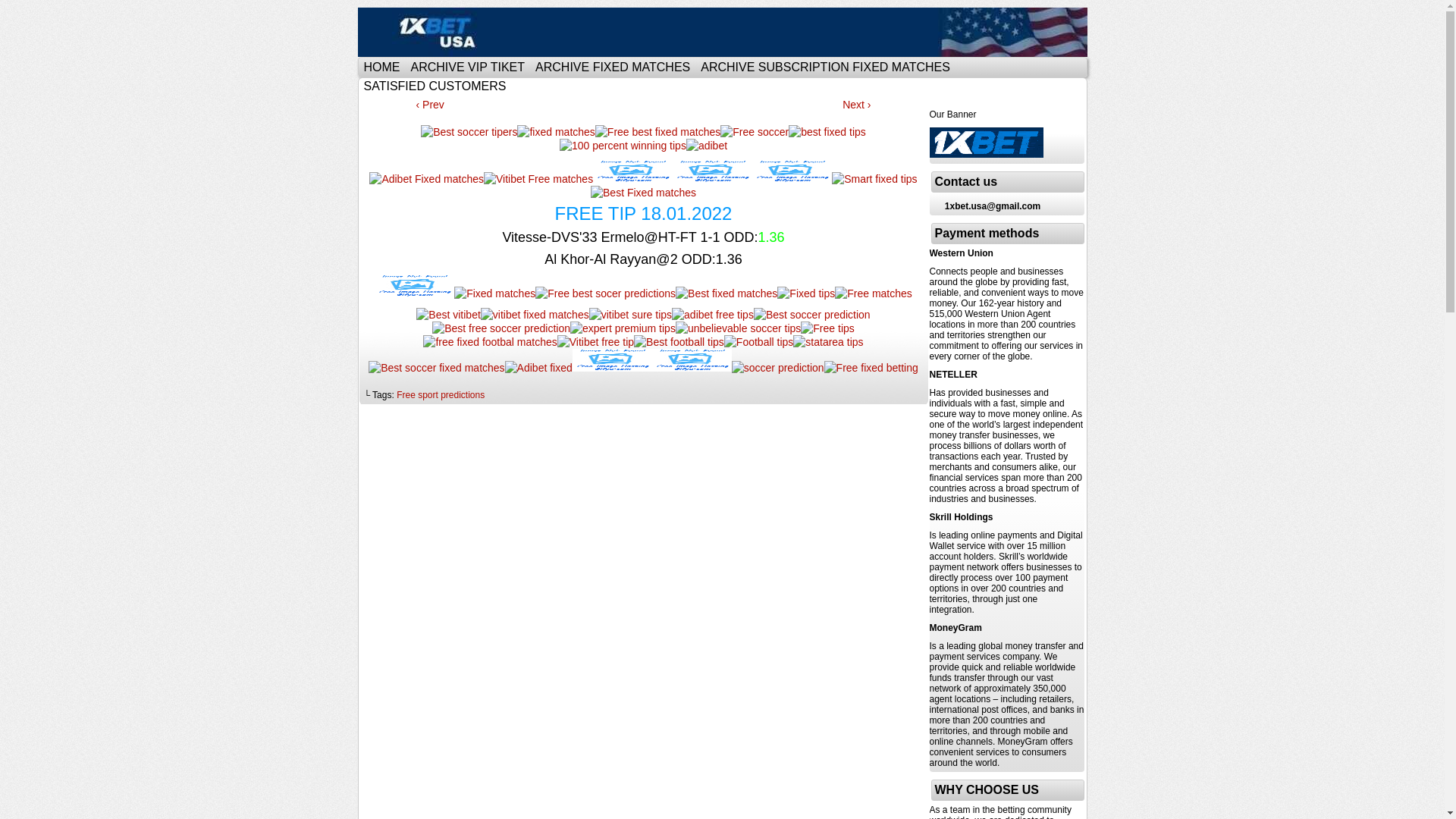 This screenshot has height=819, width=1456. What do you see at coordinates (612, 66) in the screenshot?
I see `'ARCHIVE FIXED MATCHES'` at bounding box center [612, 66].